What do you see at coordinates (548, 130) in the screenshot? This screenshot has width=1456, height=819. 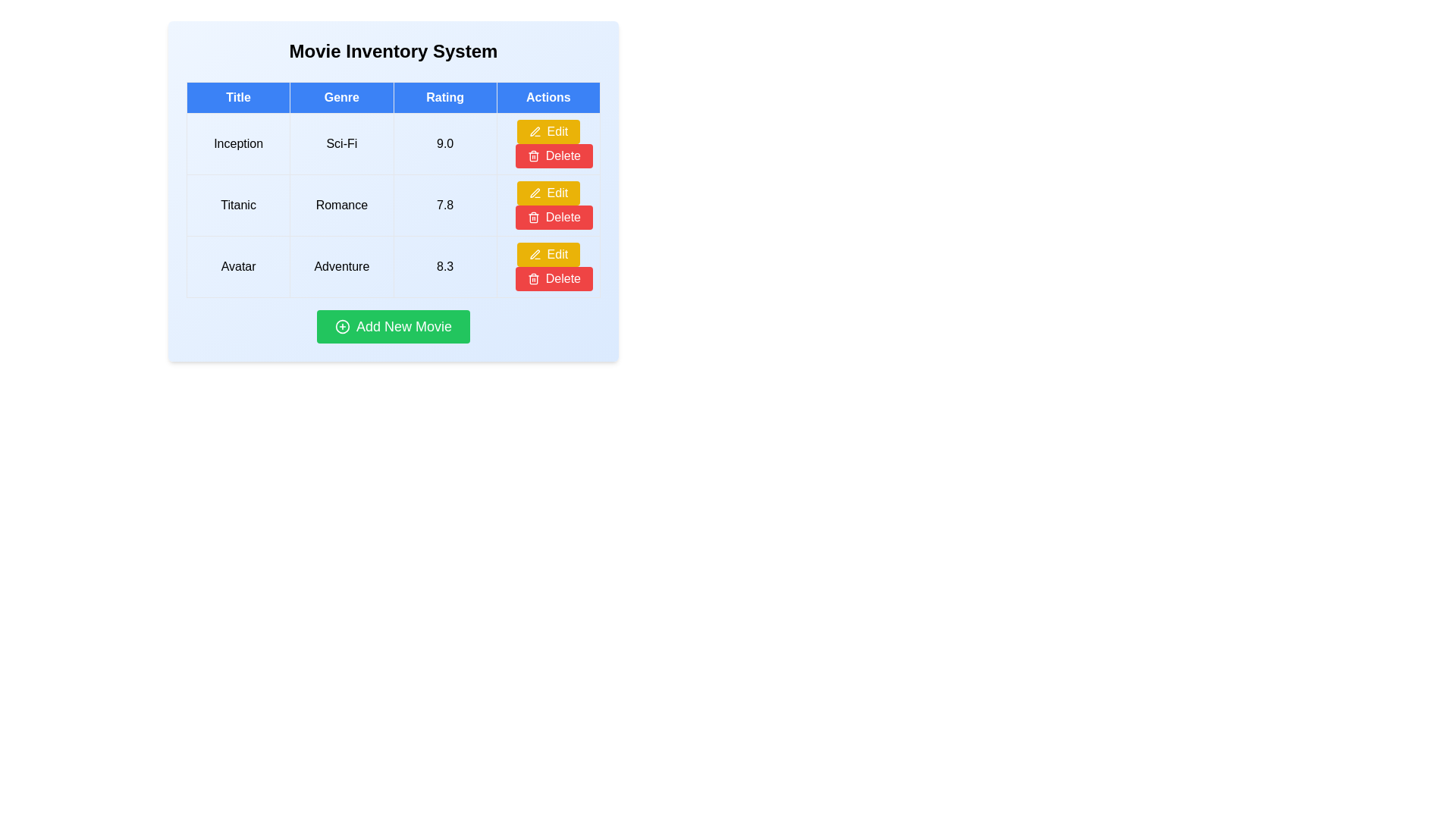 I see `the 'Edit' button for the 'Inception' movie entry in the Actions column to change its shade` at bounding box center [548, 130].